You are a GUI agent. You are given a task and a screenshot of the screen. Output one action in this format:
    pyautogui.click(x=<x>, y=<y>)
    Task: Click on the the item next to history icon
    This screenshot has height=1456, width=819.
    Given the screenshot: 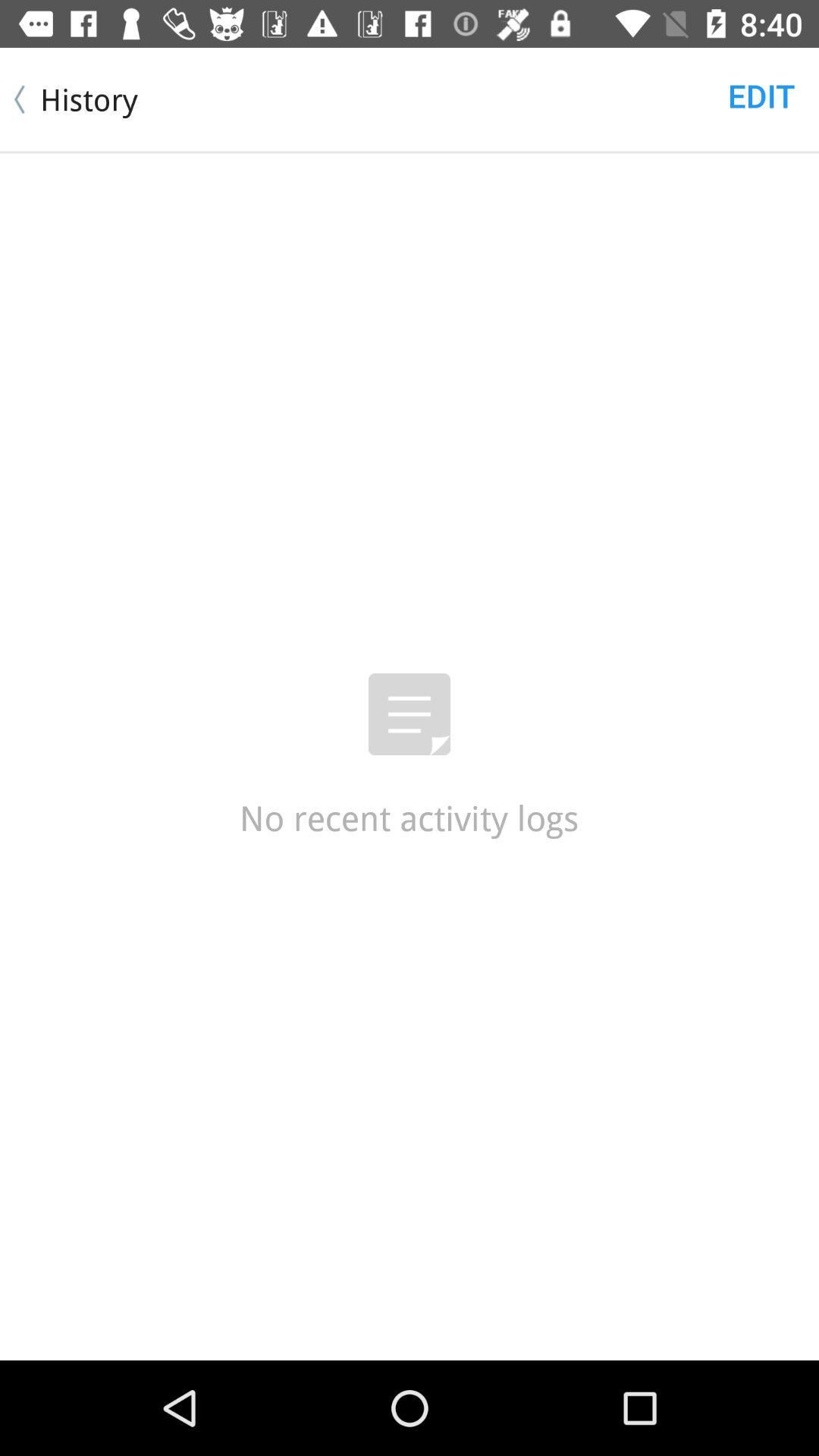 What is the action you would take?
    pyautogui.click(x=761, y=94)
    